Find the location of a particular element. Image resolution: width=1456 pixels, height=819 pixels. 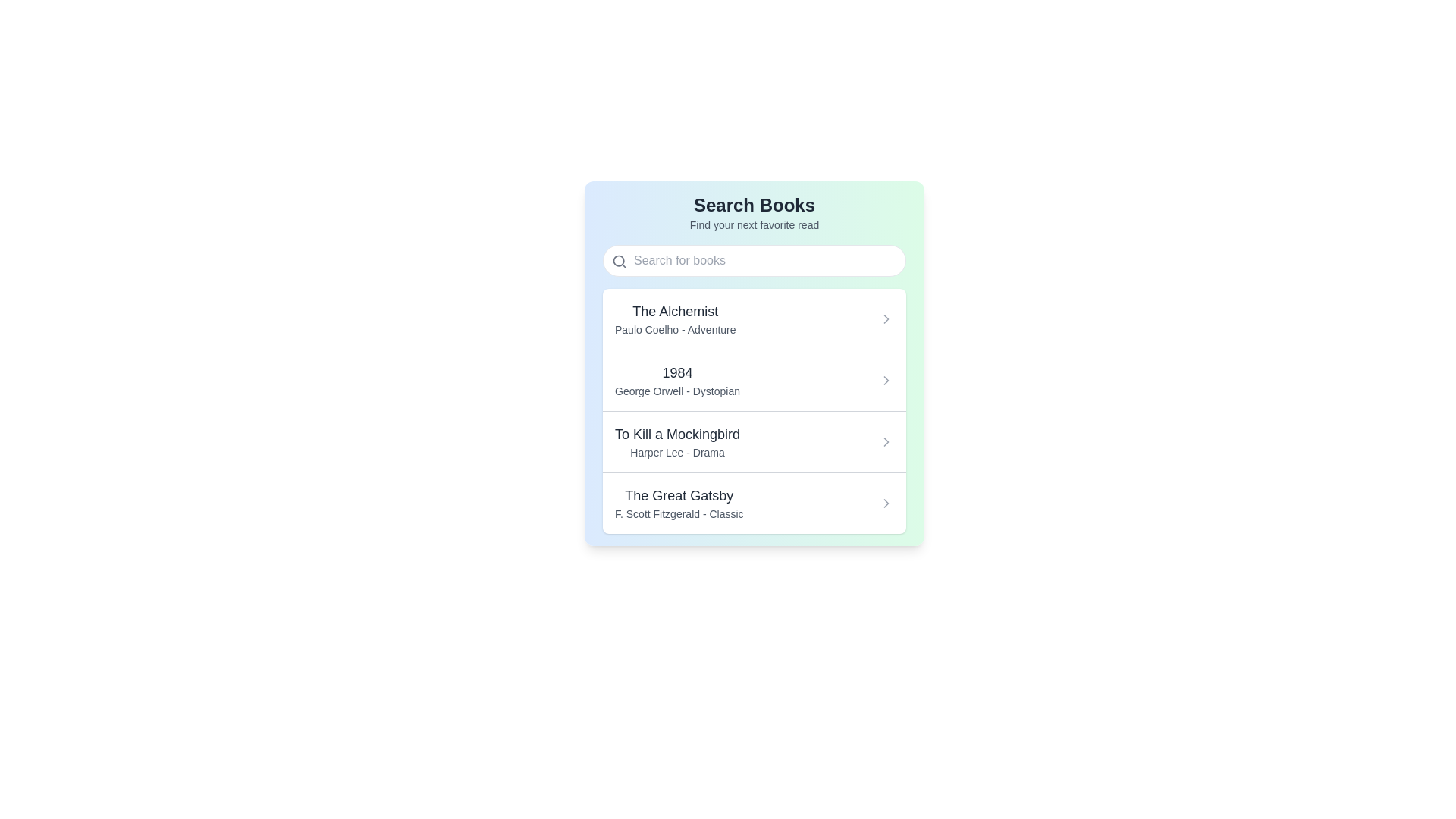

the text element displaying the title 'The Alchemist' in bold black font, located at the top of the book list is located at coordinates (674, 311).